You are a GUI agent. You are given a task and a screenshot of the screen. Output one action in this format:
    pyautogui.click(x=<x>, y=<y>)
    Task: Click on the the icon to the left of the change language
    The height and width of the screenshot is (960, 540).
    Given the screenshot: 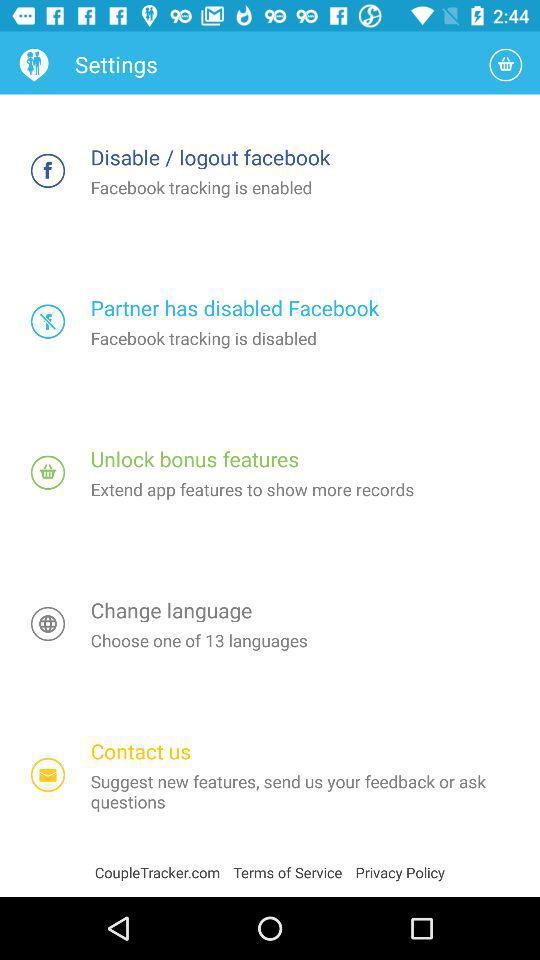 What is the action you would take?
    pyautogui.click(x=48, y=623)
    